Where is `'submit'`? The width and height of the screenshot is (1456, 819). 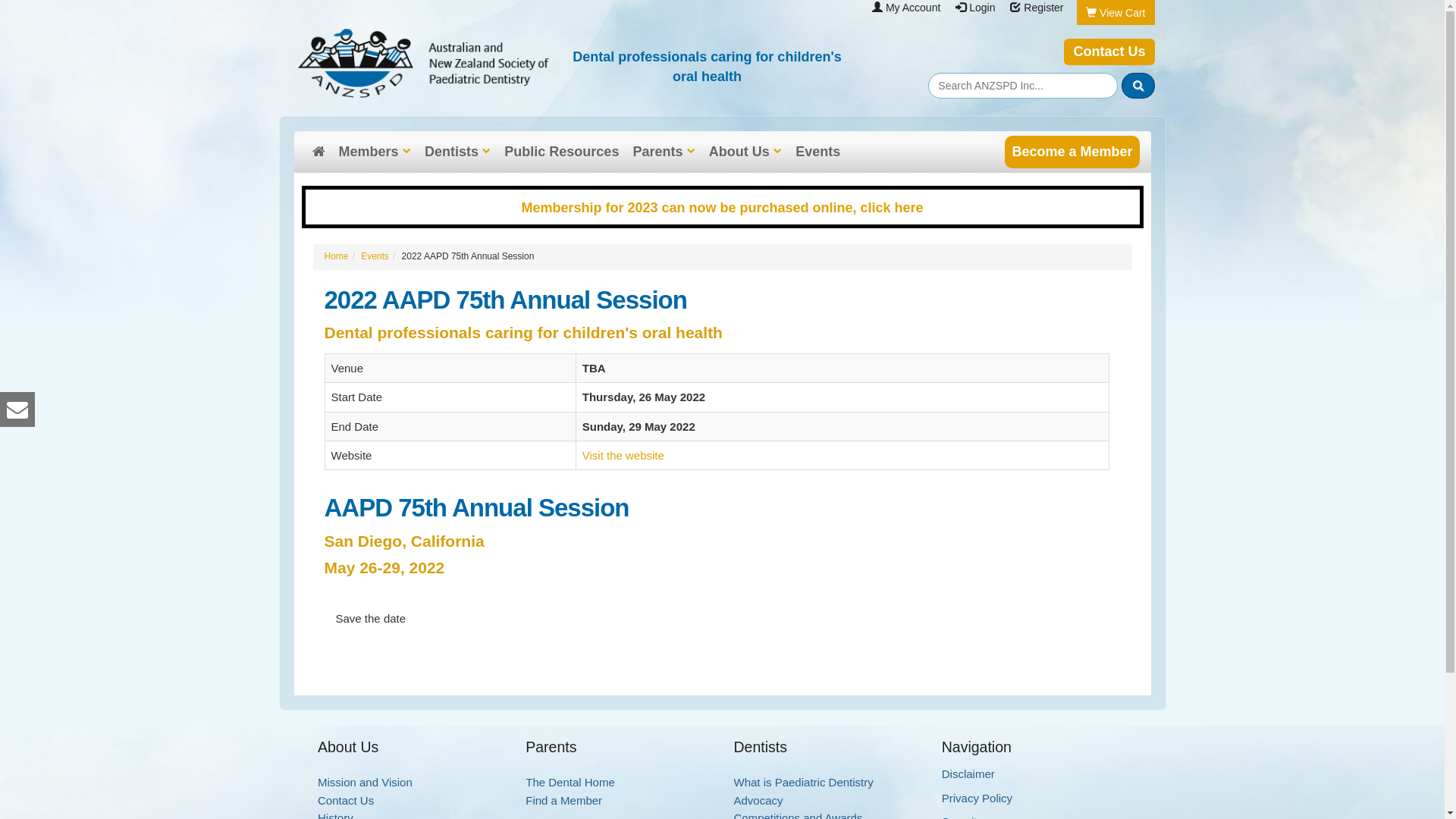 'submit' is located at coordinates (1121, 85).